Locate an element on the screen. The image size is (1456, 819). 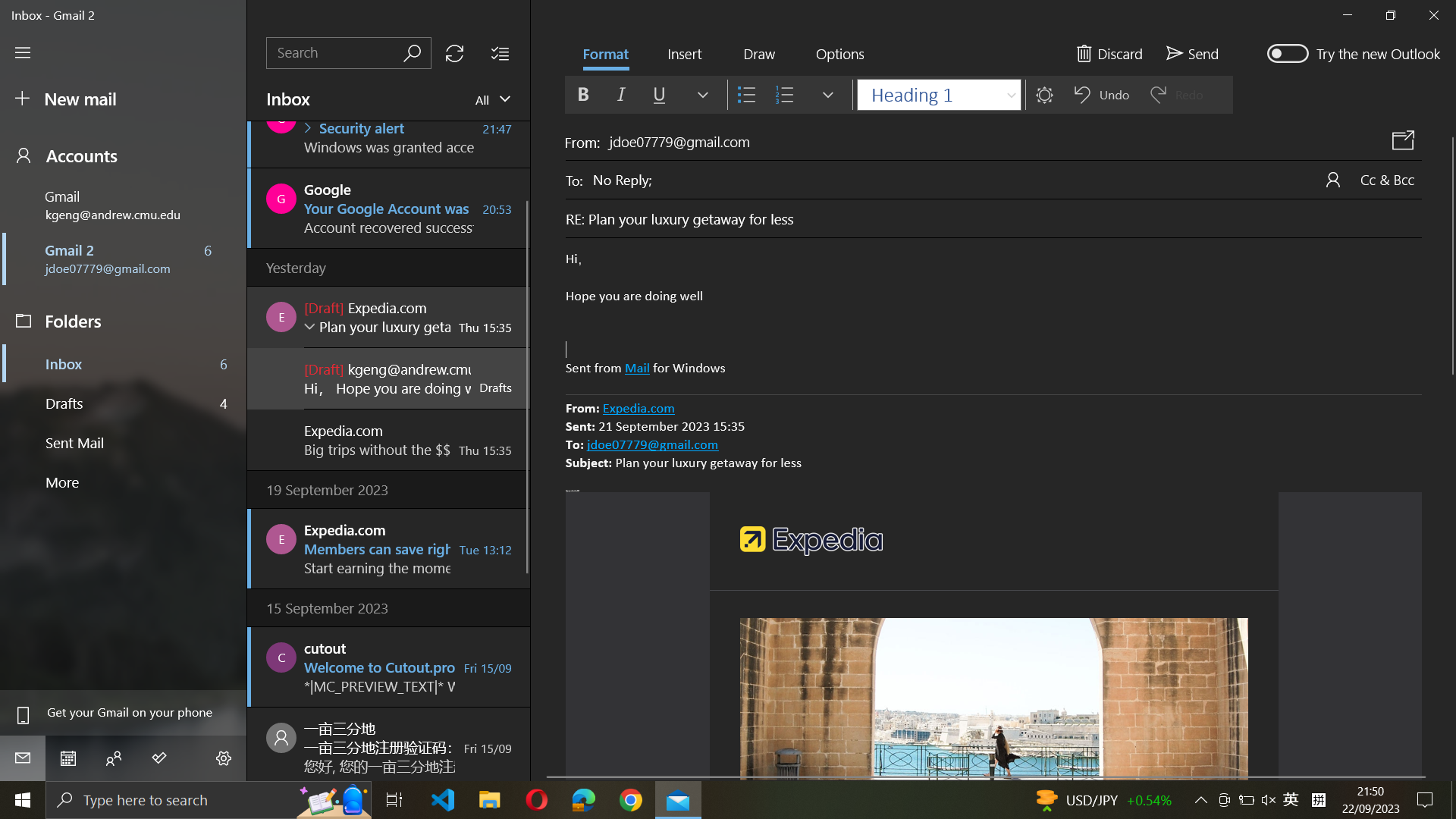
Send the draft mail is located at coordinates (1190, 52).